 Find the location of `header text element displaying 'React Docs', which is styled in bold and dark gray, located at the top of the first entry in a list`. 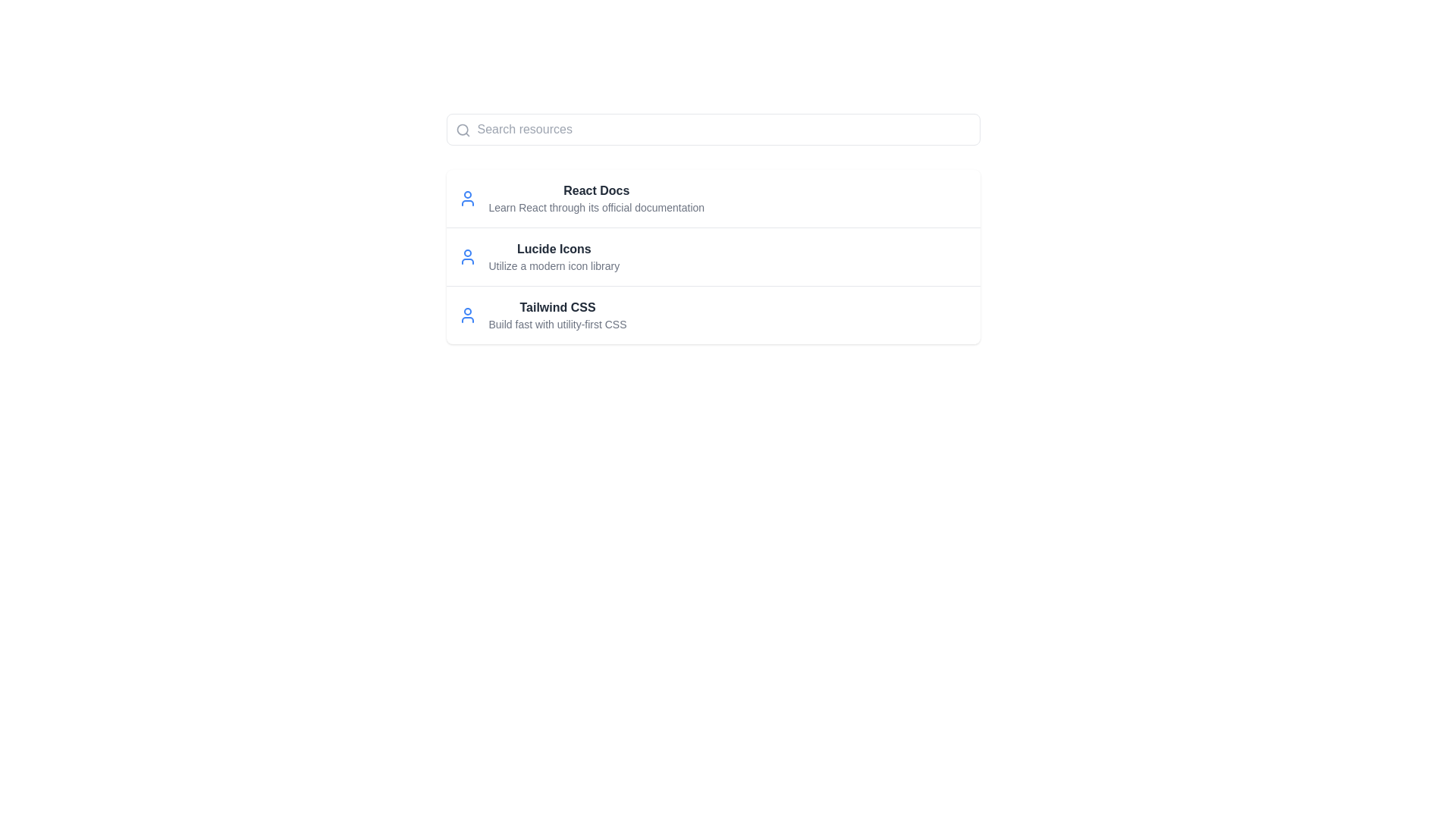

header text element displaying 'React Docs', which is styled in bold and dark gray, located at the top of the first entry in a list is located at coordinates (595, 190).